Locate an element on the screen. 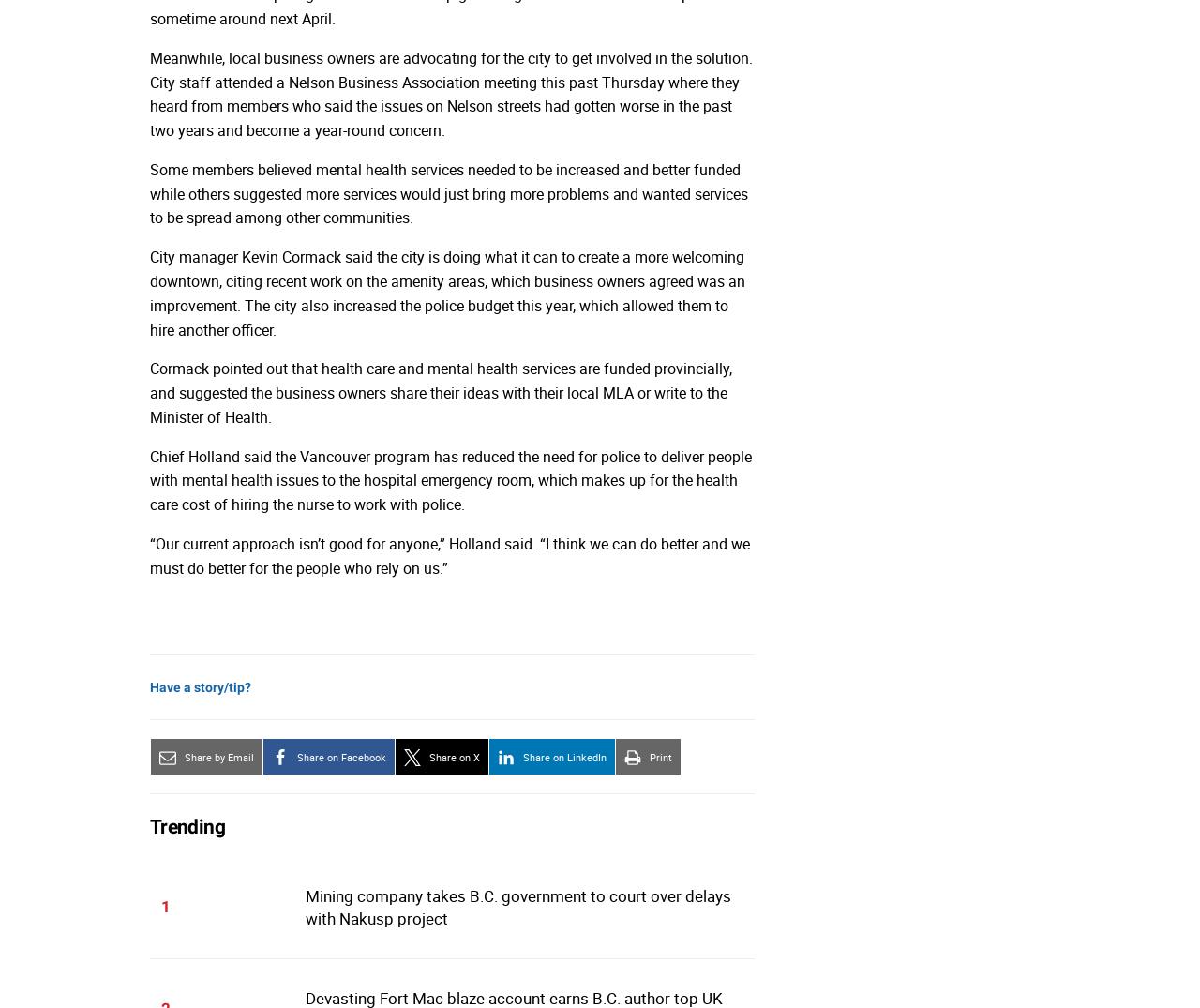  'Cormack pointed out that health care and mental health services are funded provincially, and suggested the business owners share their ideas with their local MLA or write to the Minister of Health.' is located at coordinates (440, 391).